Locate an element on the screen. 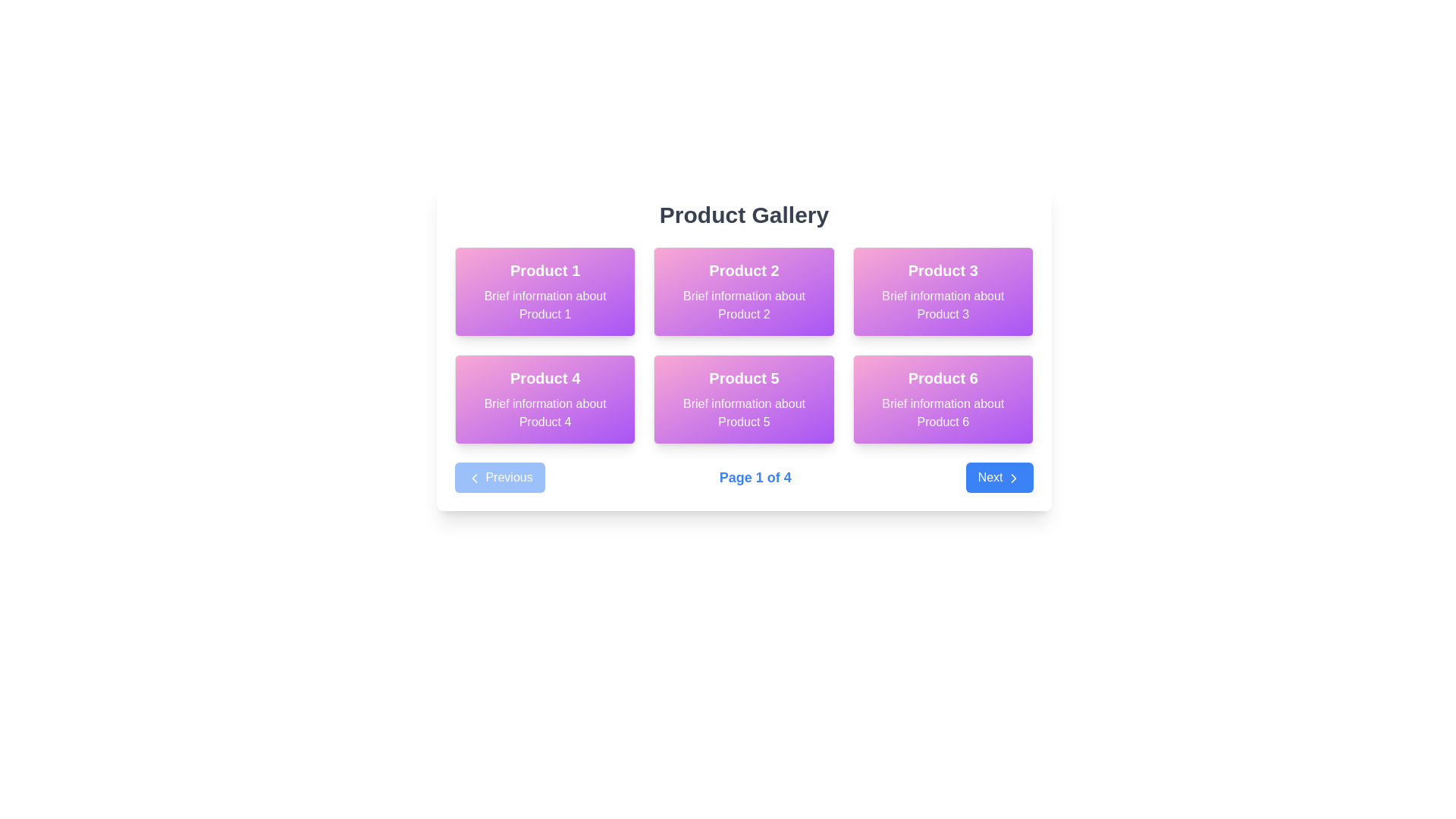 The image size is (1456, 819). the text display element that shows 'Brief information about Product 2', which is styled with a light font and has a gradient background from pink to purple, located in the second box of a two-row grid layout is located at coordinates (744, 305).